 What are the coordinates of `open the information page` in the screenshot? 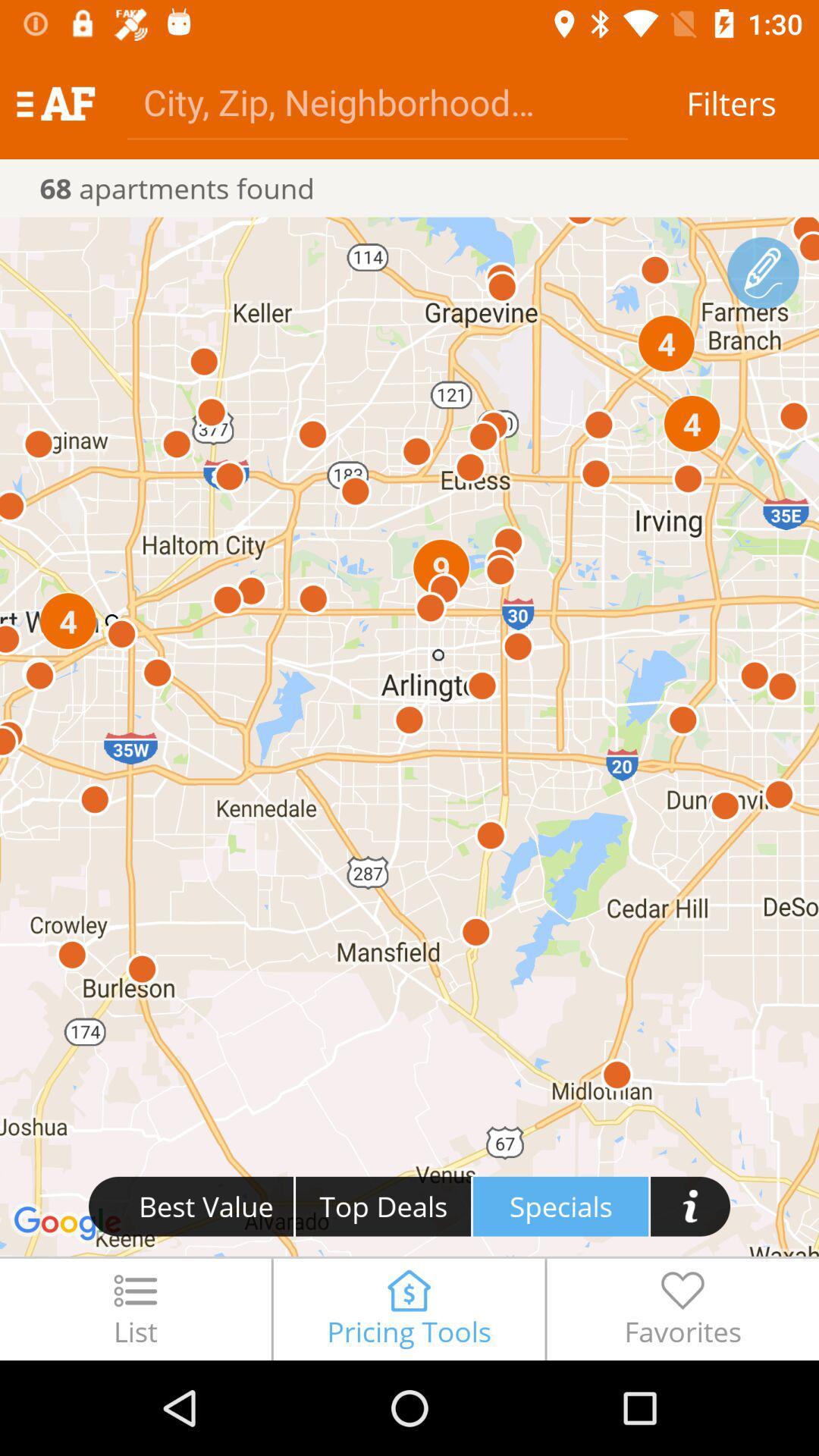 It's located at (690, 1205).